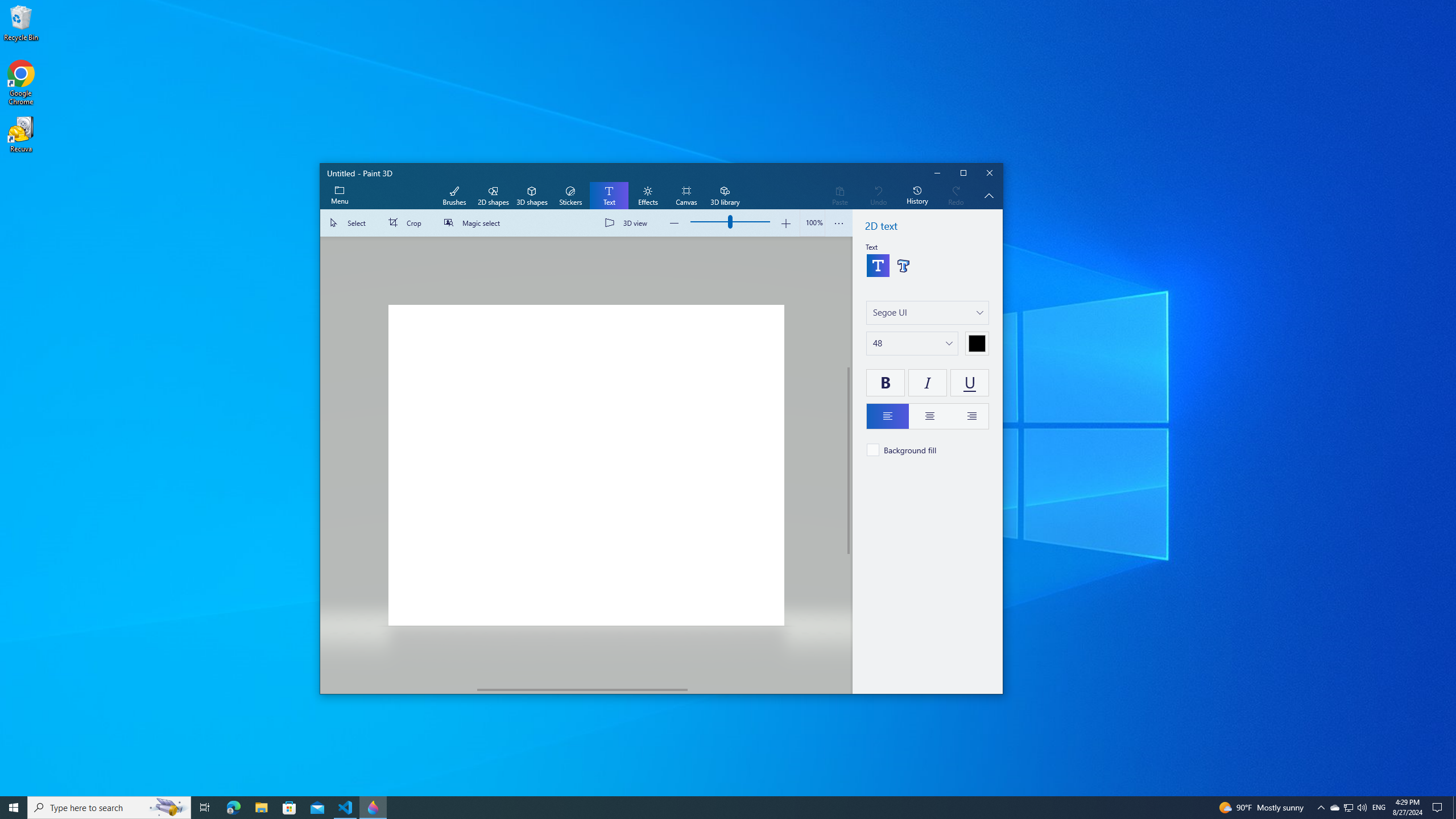  What do you see at coordinates (878, 196) in the screenshot?
I see `'Undo'` at bounding box center [878, 196].